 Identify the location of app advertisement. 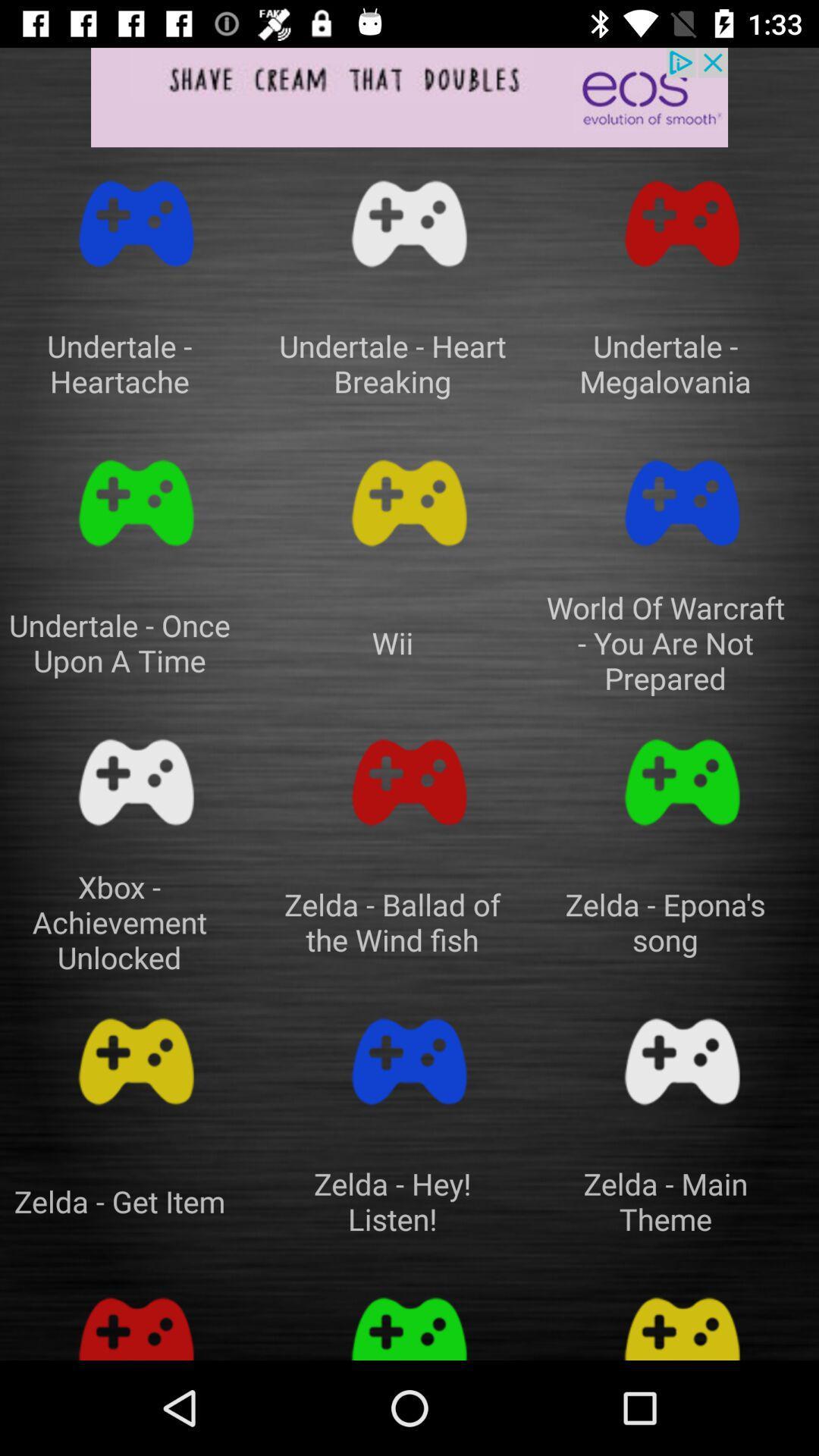
(409, 96).